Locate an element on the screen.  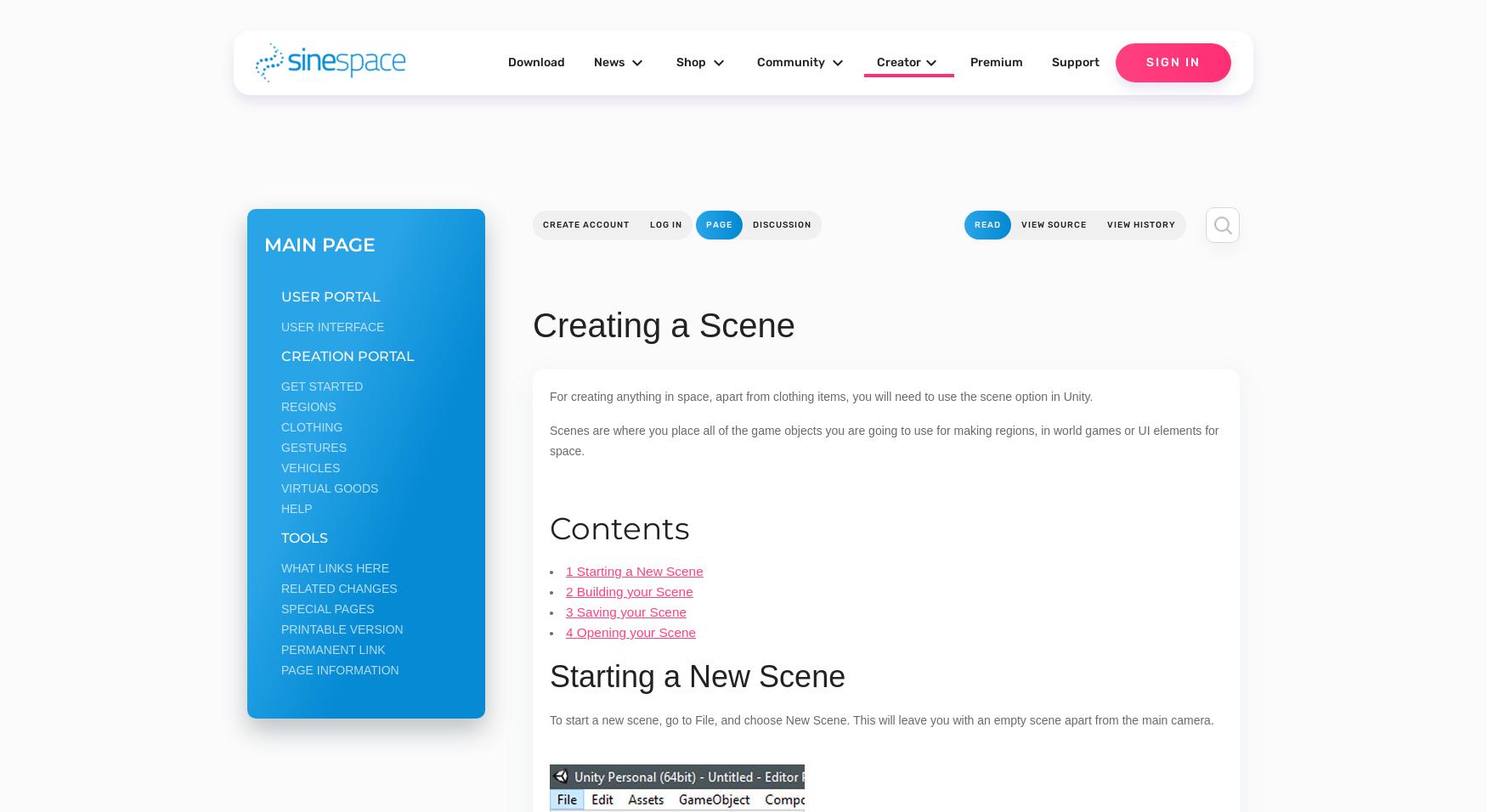
'3' is located at coordinates (568, 611).